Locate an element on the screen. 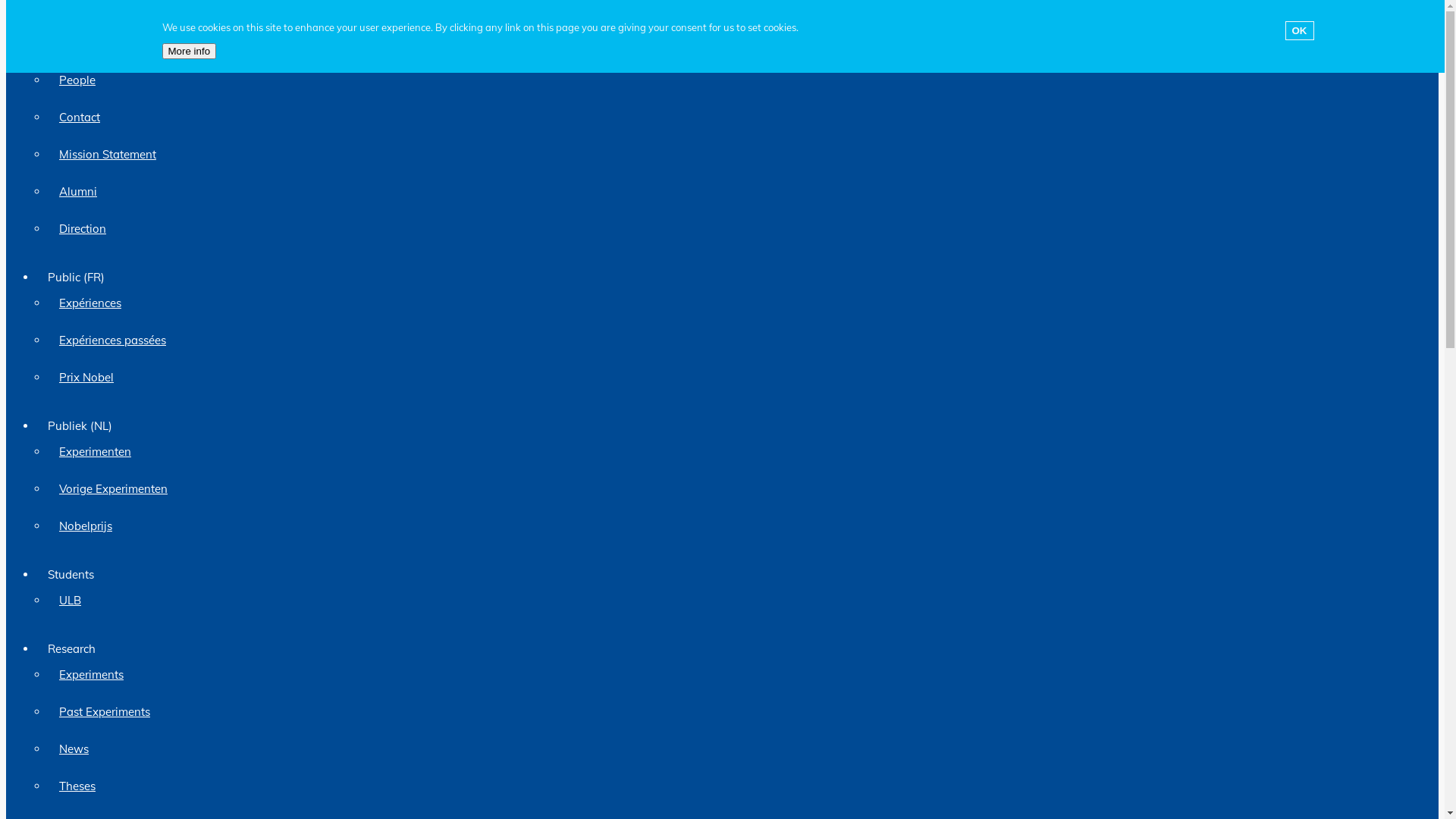  'News' is located at coordinates (58, 748).